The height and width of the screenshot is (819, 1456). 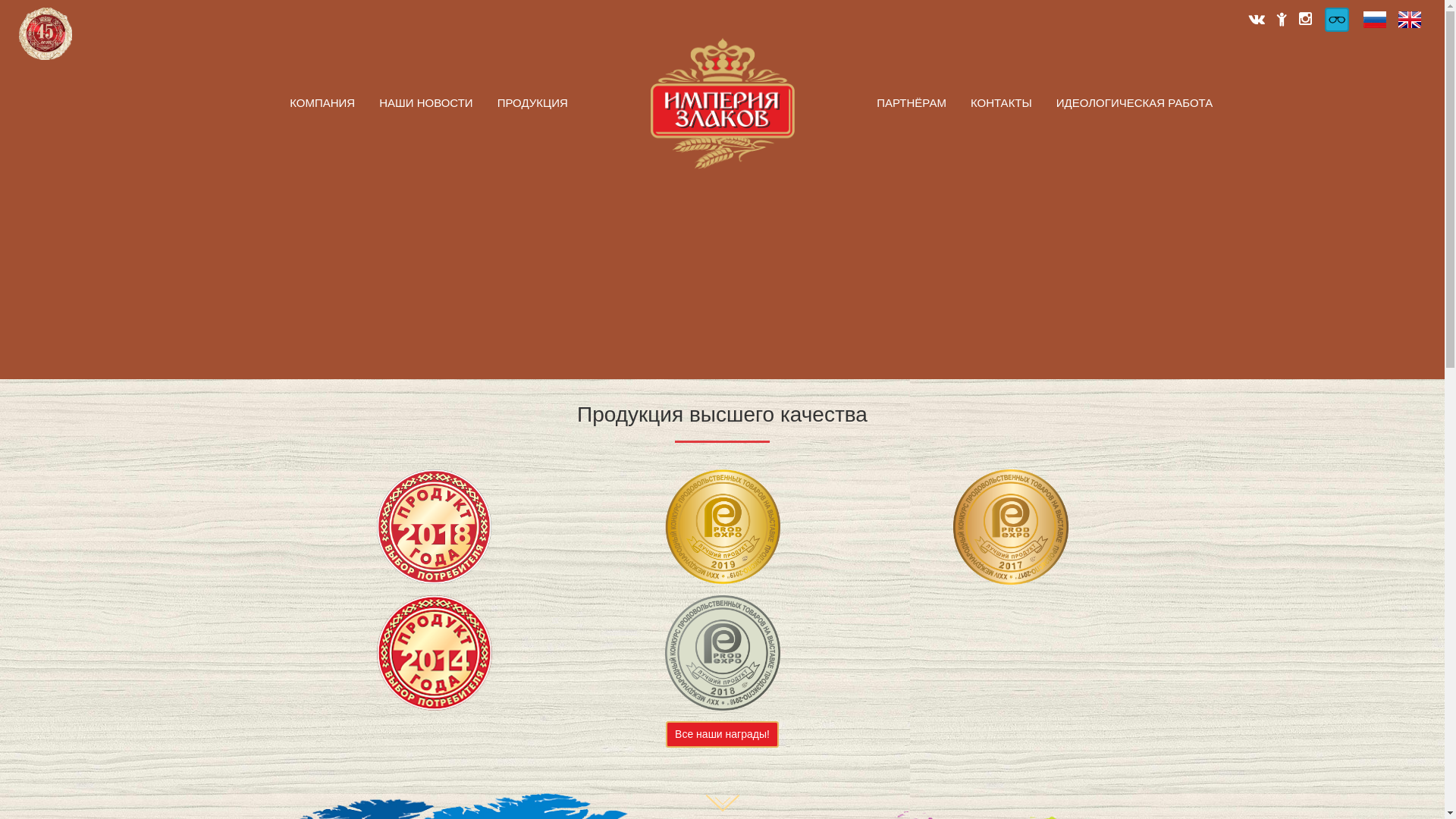 I want to click on 'English (United Kingdom)', so click(x=1408, y=20).